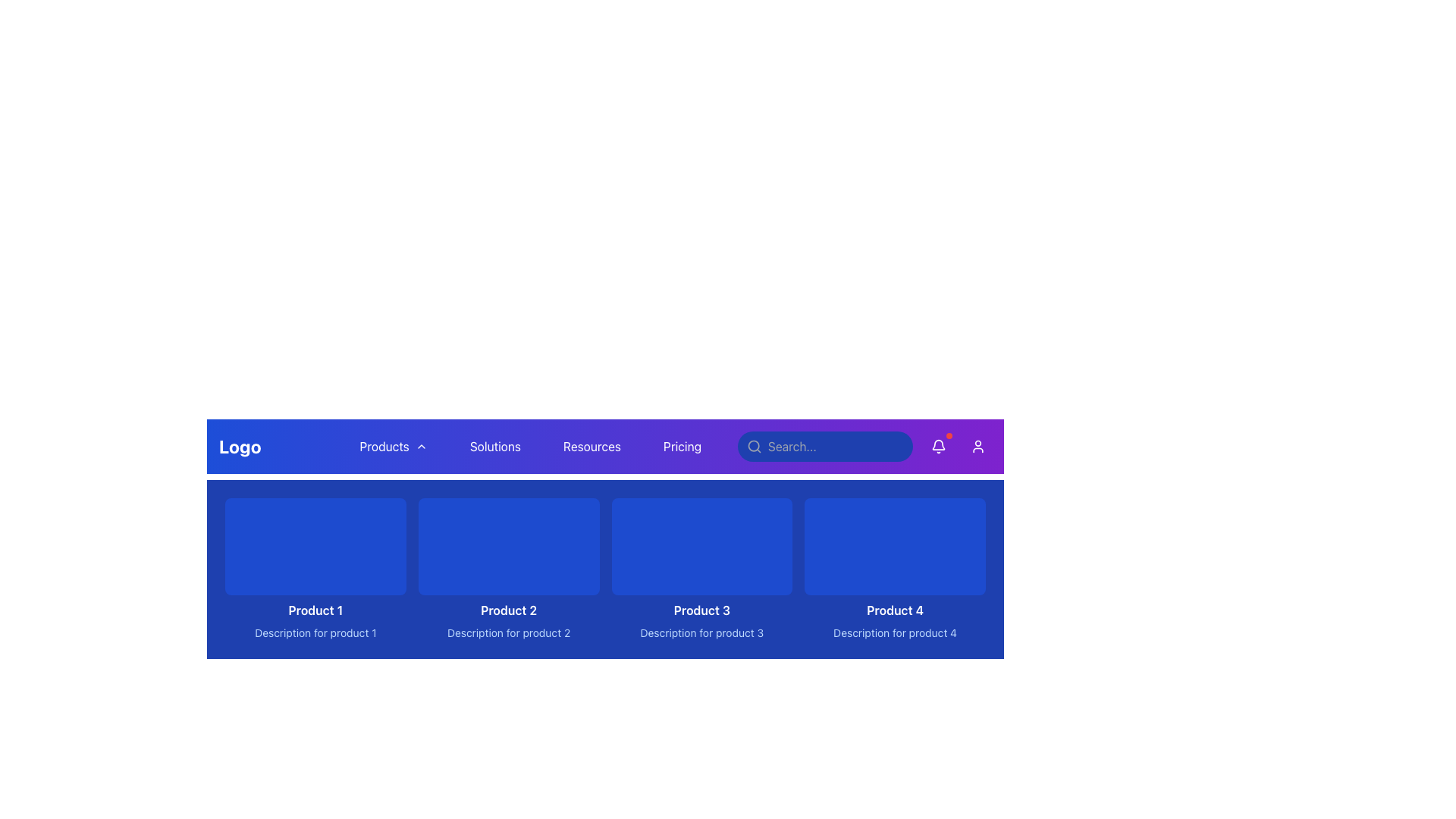 This screenshot has height=819, width=1456. I want to click on the text label reading 'Product 2', which is styled with a bold font and is white in color against a blue background, located in the second column of the grid, so click(509, 610).